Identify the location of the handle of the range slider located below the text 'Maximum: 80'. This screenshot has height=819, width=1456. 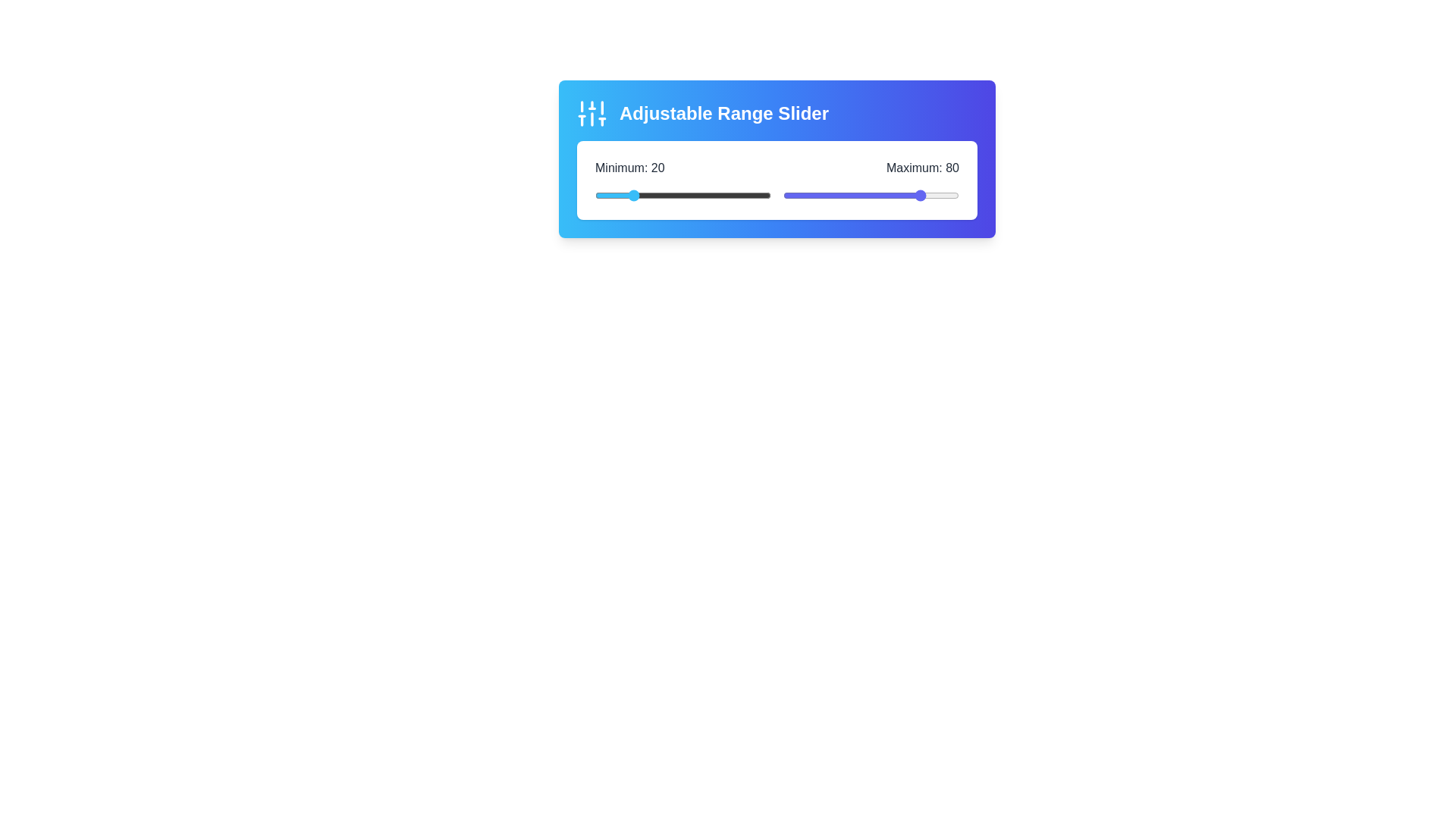
(871, 195).